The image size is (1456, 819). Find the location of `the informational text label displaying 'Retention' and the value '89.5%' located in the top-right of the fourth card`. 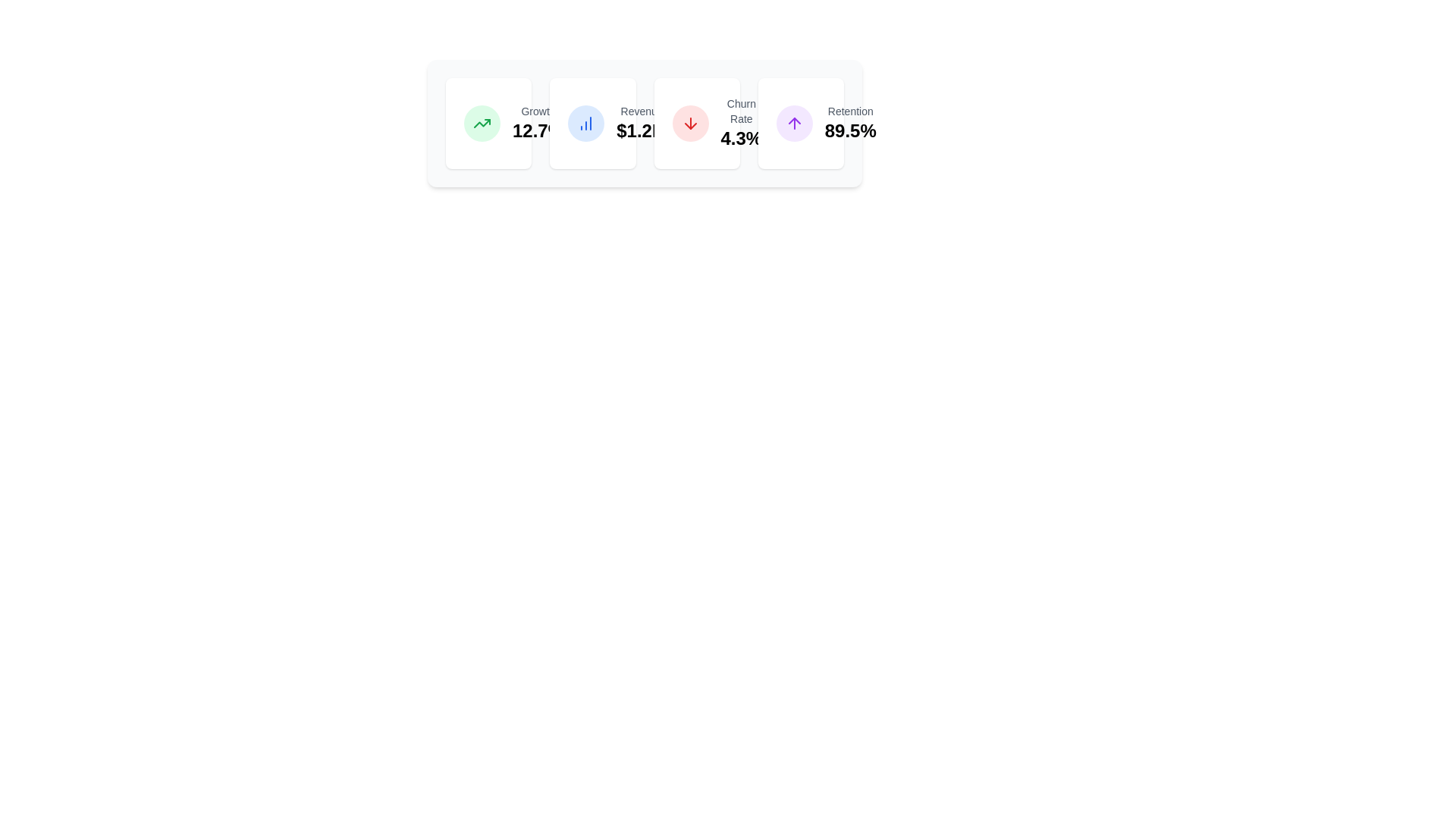

the informational text label displaying 'Retention' and the value '89.5%' located in the top-right of the fourth card is located at coordinates (850, 122).